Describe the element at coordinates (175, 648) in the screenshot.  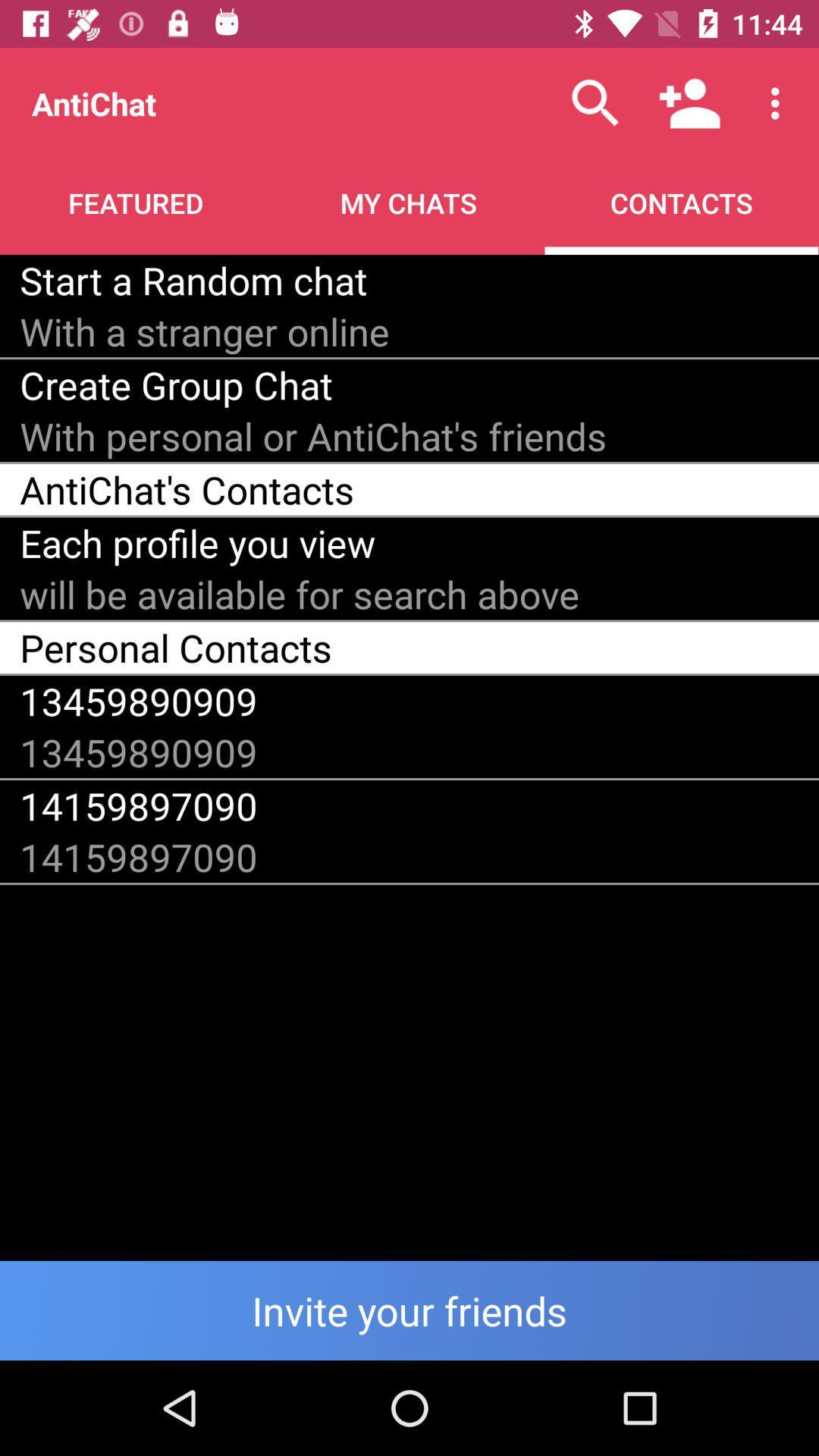
I see `icon below will be available` at that location.